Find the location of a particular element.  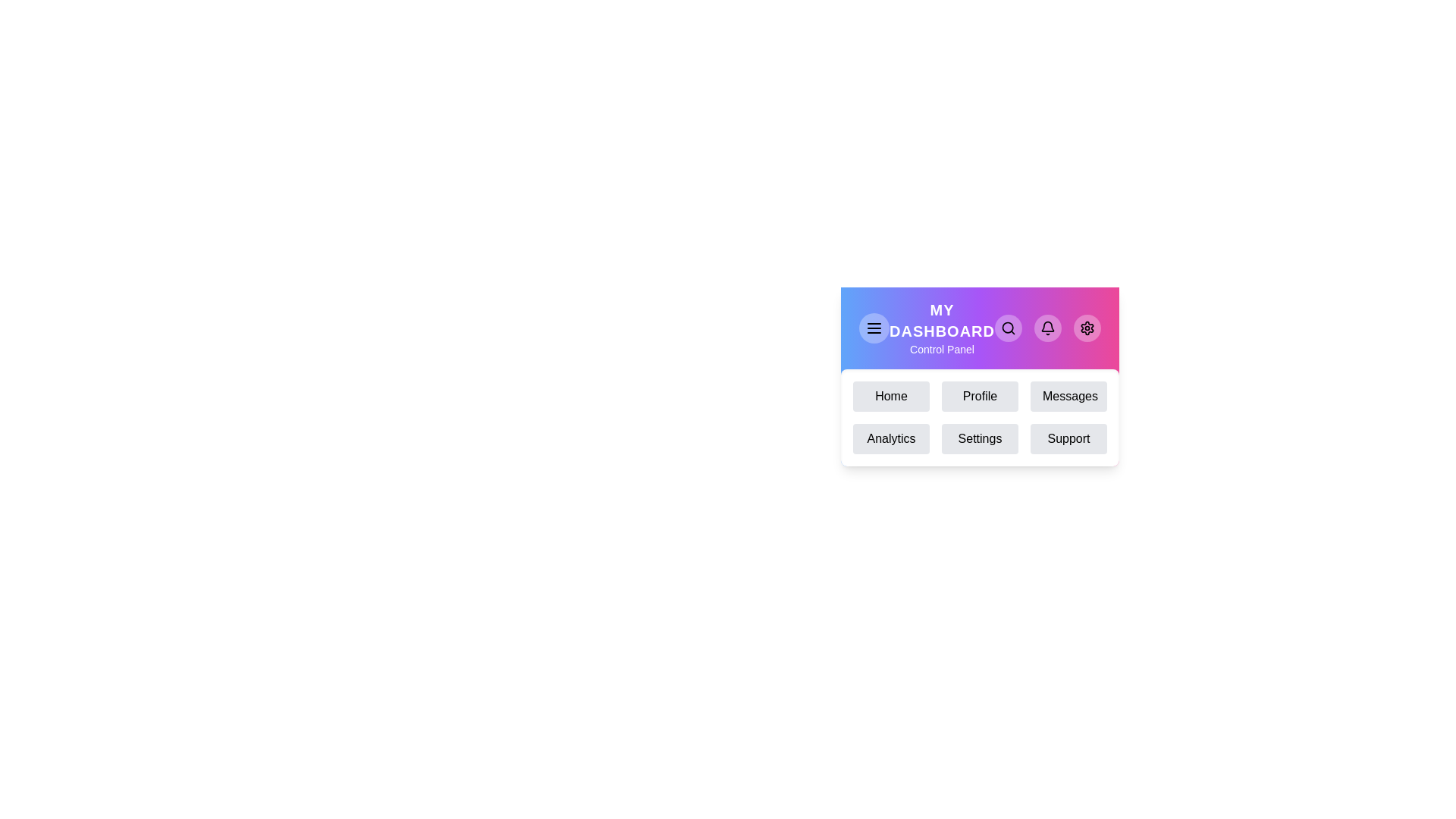

the menu item Support to navigate to the corresponding section is located at coordinates (1068, 438).